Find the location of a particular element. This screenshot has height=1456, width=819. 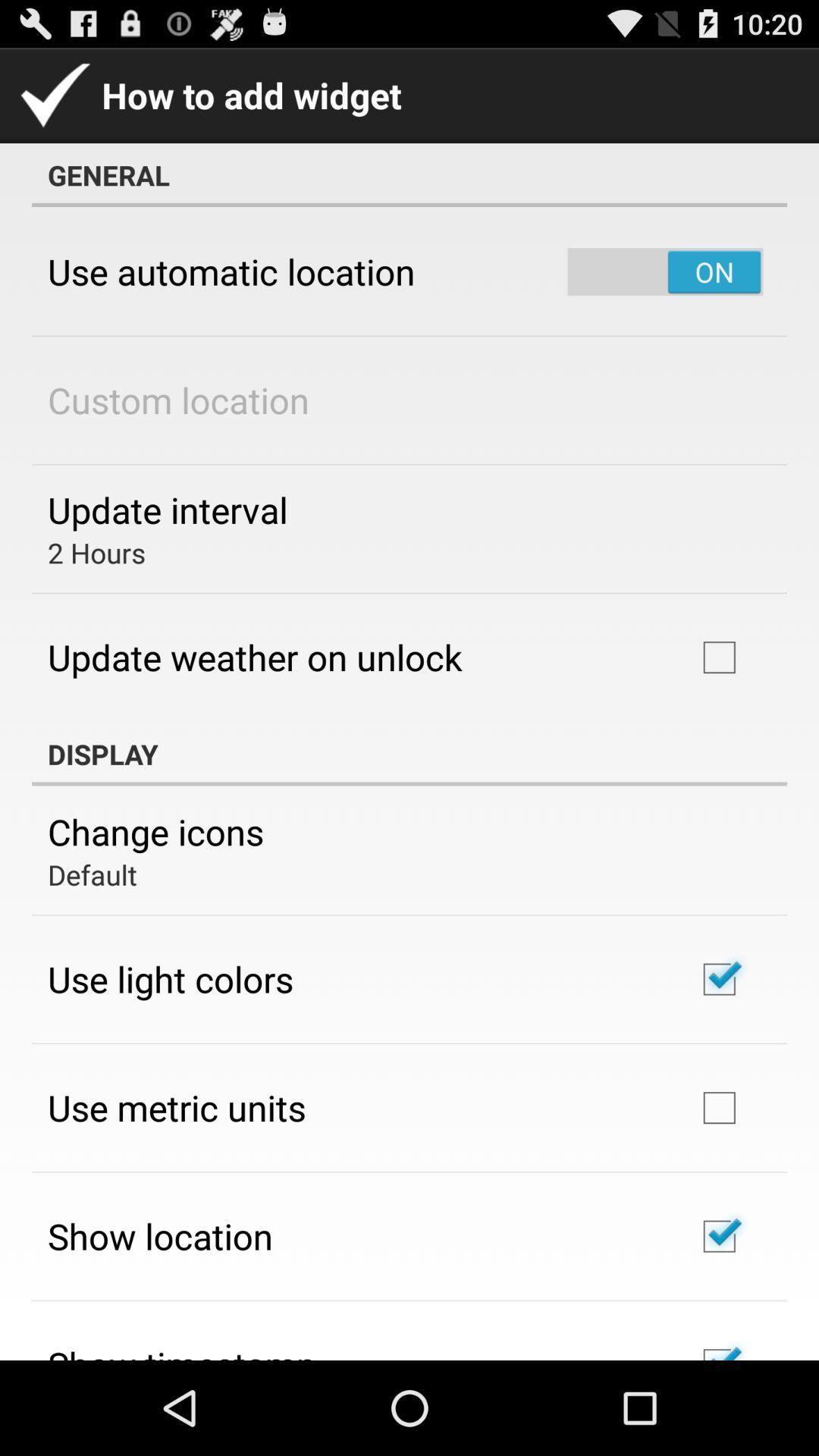

custom location item is located at coordinates (177, 400).